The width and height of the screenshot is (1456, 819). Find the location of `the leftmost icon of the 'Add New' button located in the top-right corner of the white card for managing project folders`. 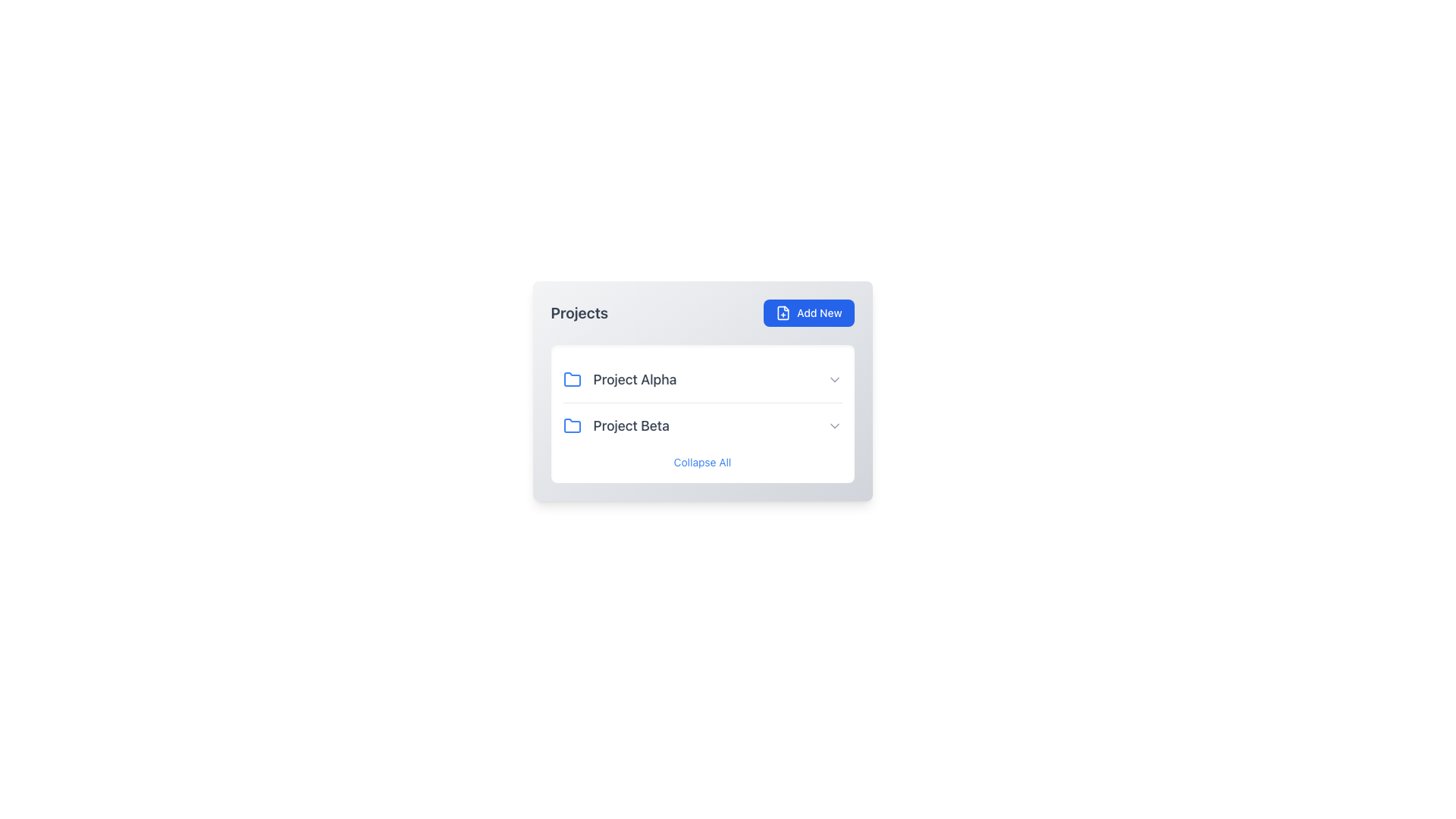

the leftmost icon of the 'Add New' button located in the top-right corner of the white card for managing project folders is located at coordinates (783, 312).